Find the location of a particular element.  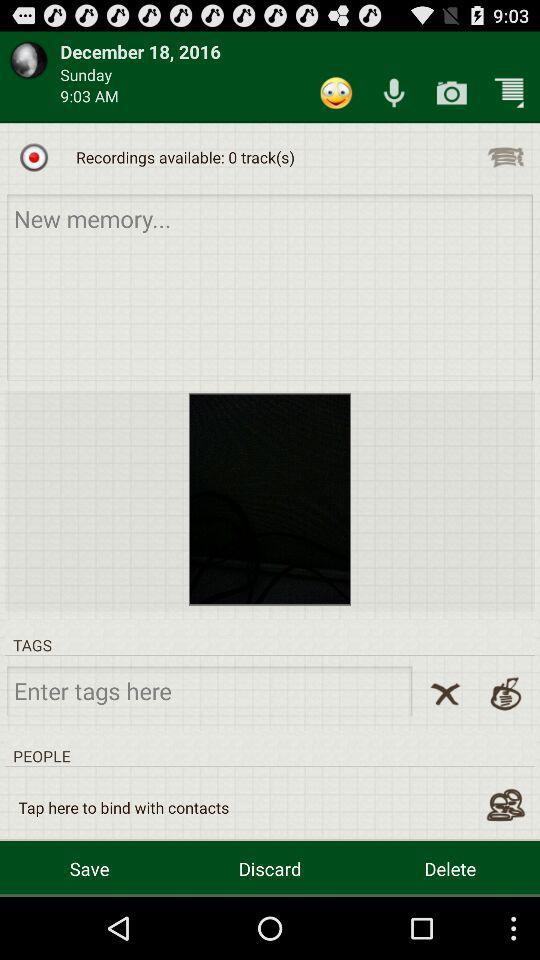

icon below tags icon is located at coordinates (445, 694).